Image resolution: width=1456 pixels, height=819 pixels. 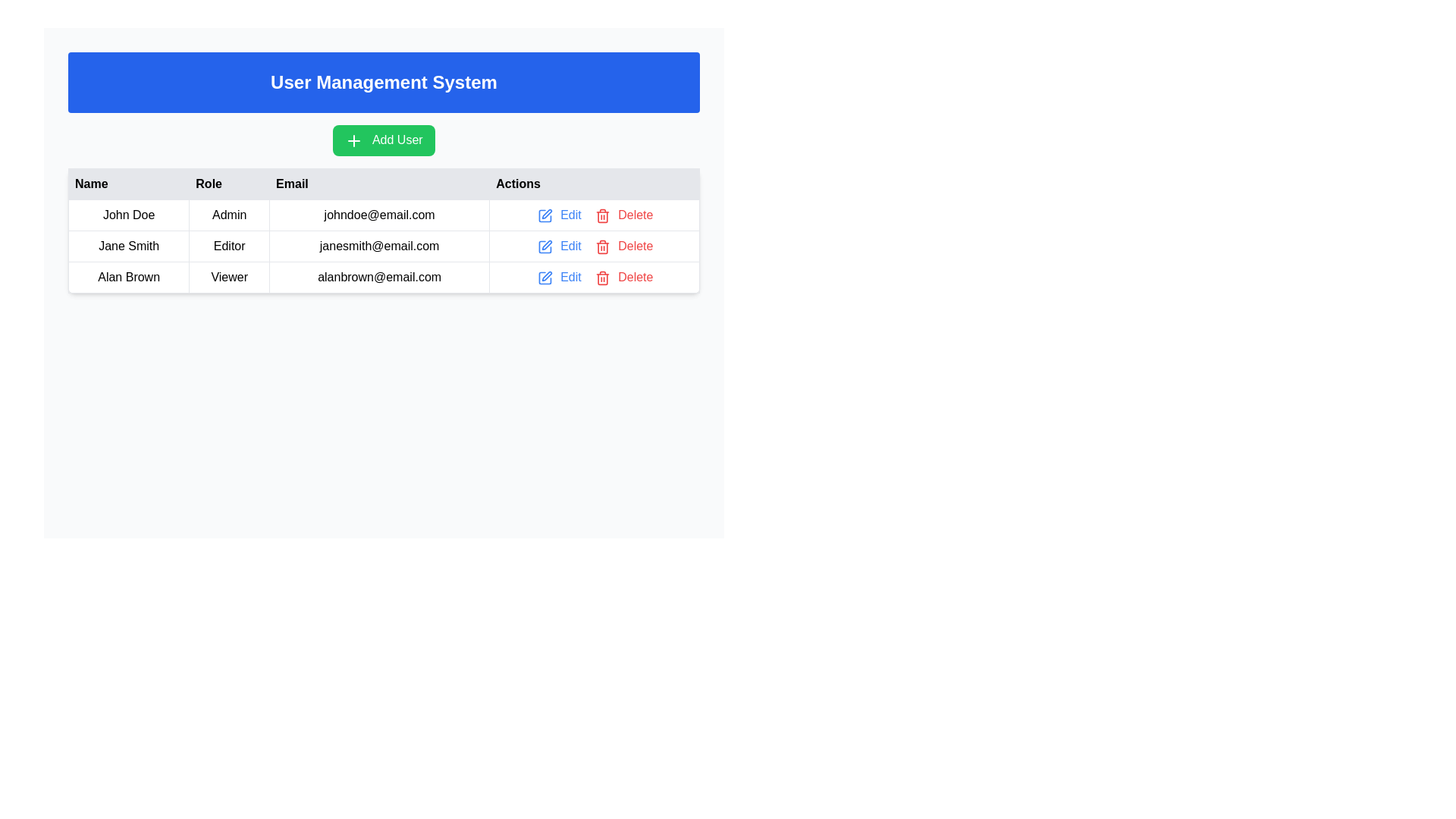 I want to click on the delete icon for user 'Alan Brown', so click(x=601, y=278).